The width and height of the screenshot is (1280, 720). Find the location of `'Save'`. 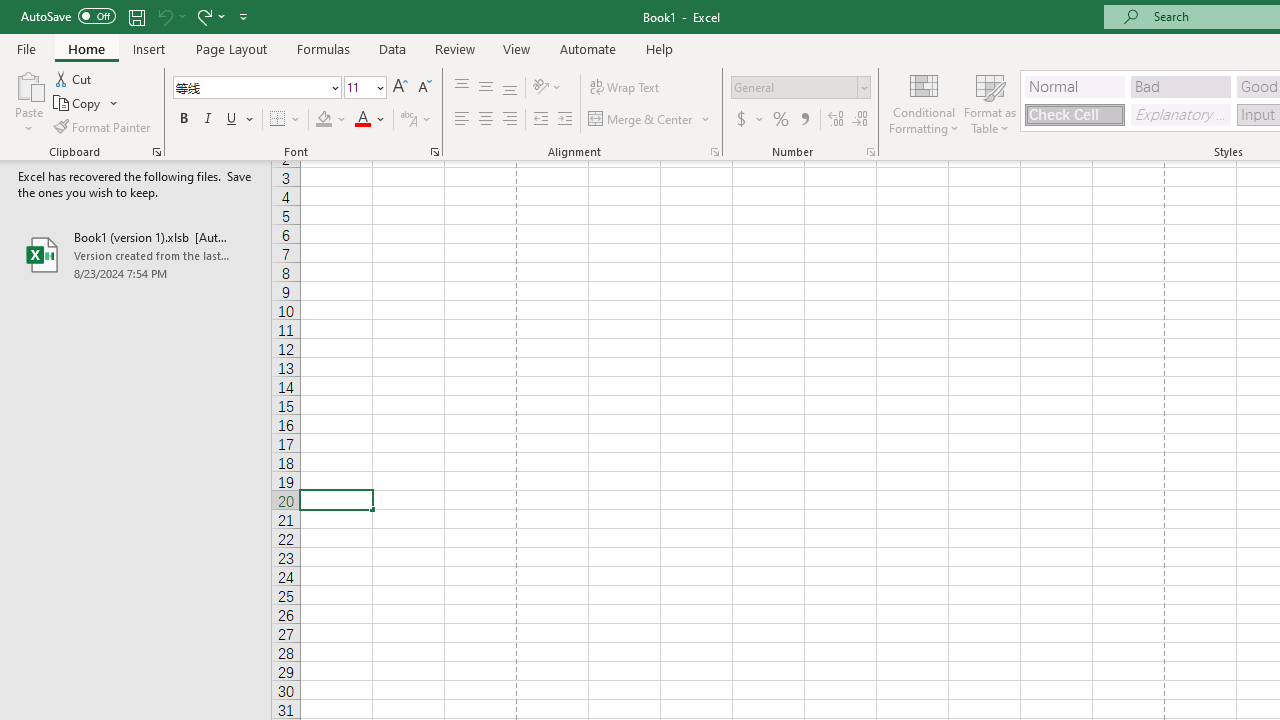

'Save' is located at coordinates (135, 16).